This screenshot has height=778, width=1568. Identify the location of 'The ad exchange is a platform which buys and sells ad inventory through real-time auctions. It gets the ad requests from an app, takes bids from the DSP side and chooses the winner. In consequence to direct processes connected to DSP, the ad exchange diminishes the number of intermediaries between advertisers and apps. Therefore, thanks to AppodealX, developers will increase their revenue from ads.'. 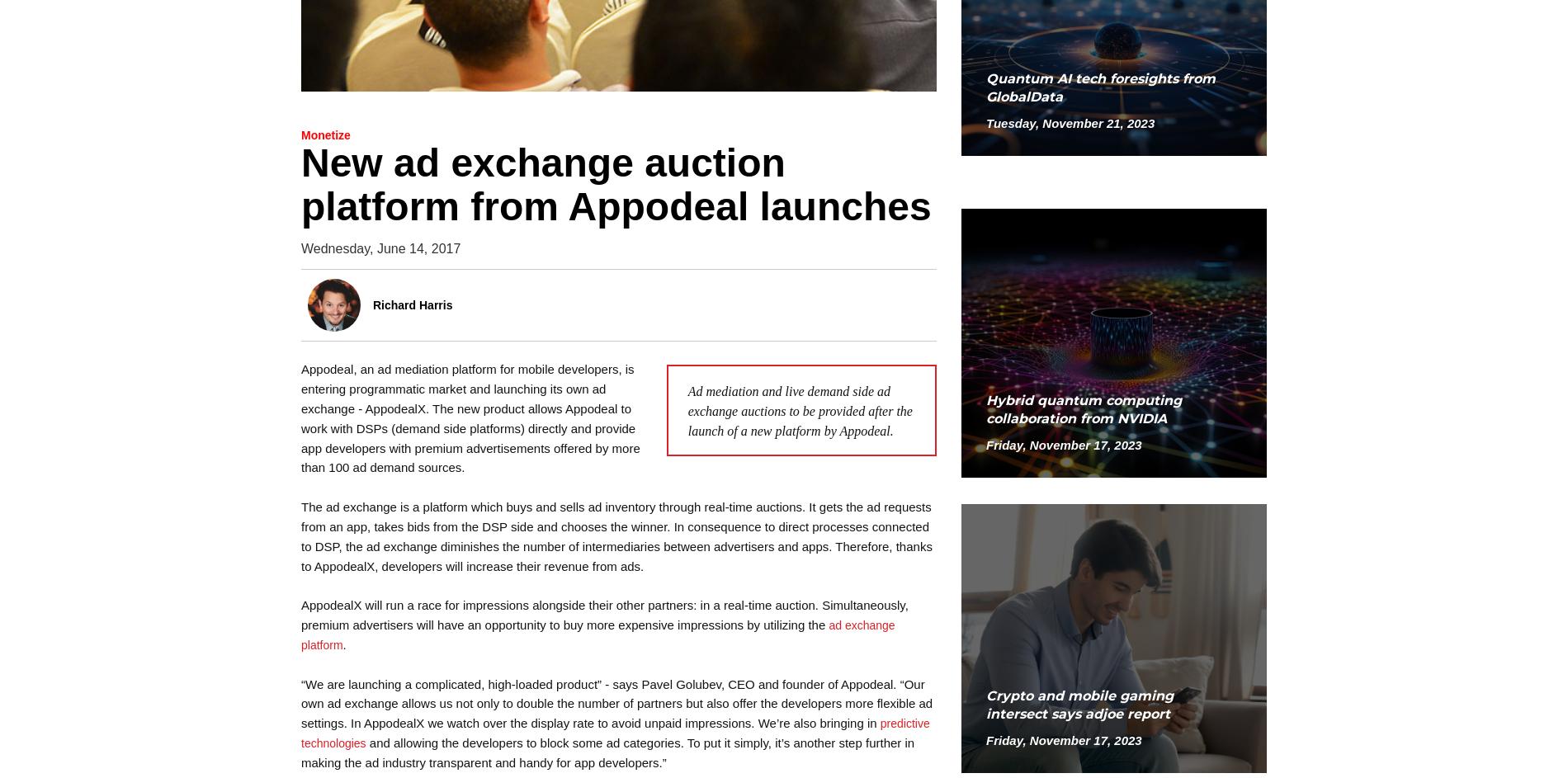
(616, 536).